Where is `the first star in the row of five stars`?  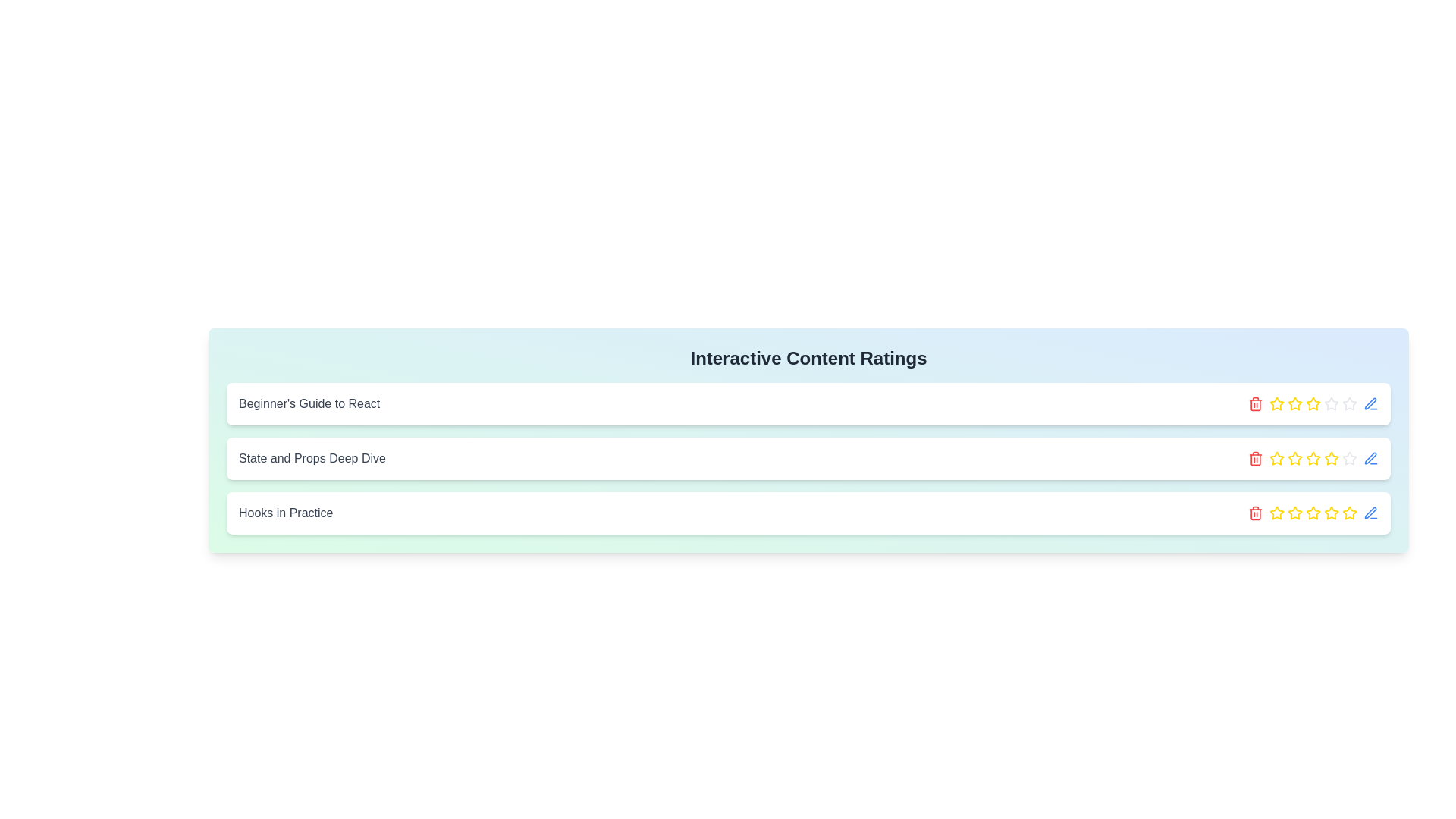 the first star in the row of five stars is located at coordinates (1276, 403).